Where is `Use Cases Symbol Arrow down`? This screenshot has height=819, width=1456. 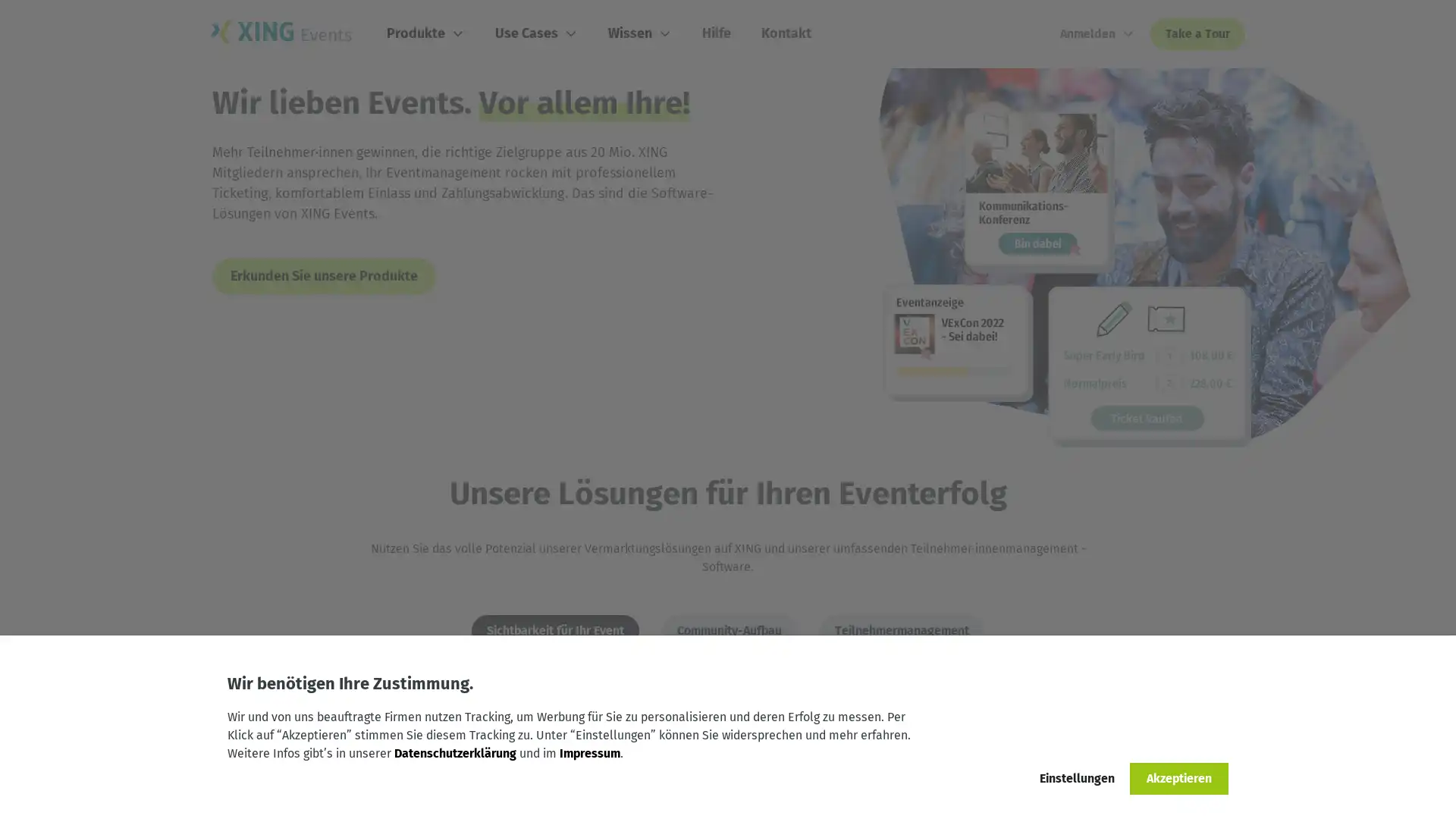
Use Cases Symbol Arrow down is located at coordinates (536, 33).